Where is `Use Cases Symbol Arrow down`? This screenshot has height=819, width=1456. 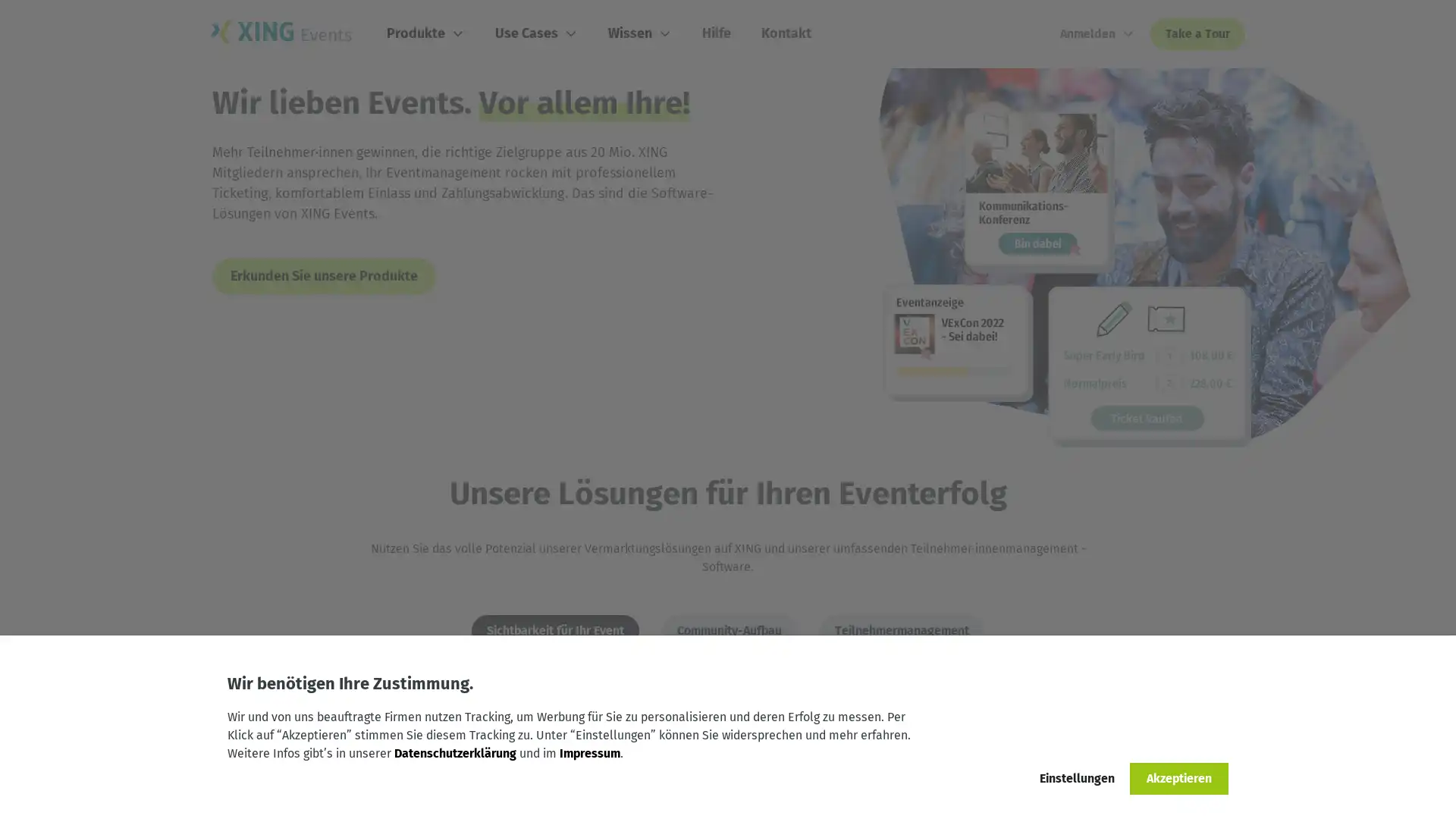
Use Cases Symbol Arrow down is located at coordinates (536, 33).